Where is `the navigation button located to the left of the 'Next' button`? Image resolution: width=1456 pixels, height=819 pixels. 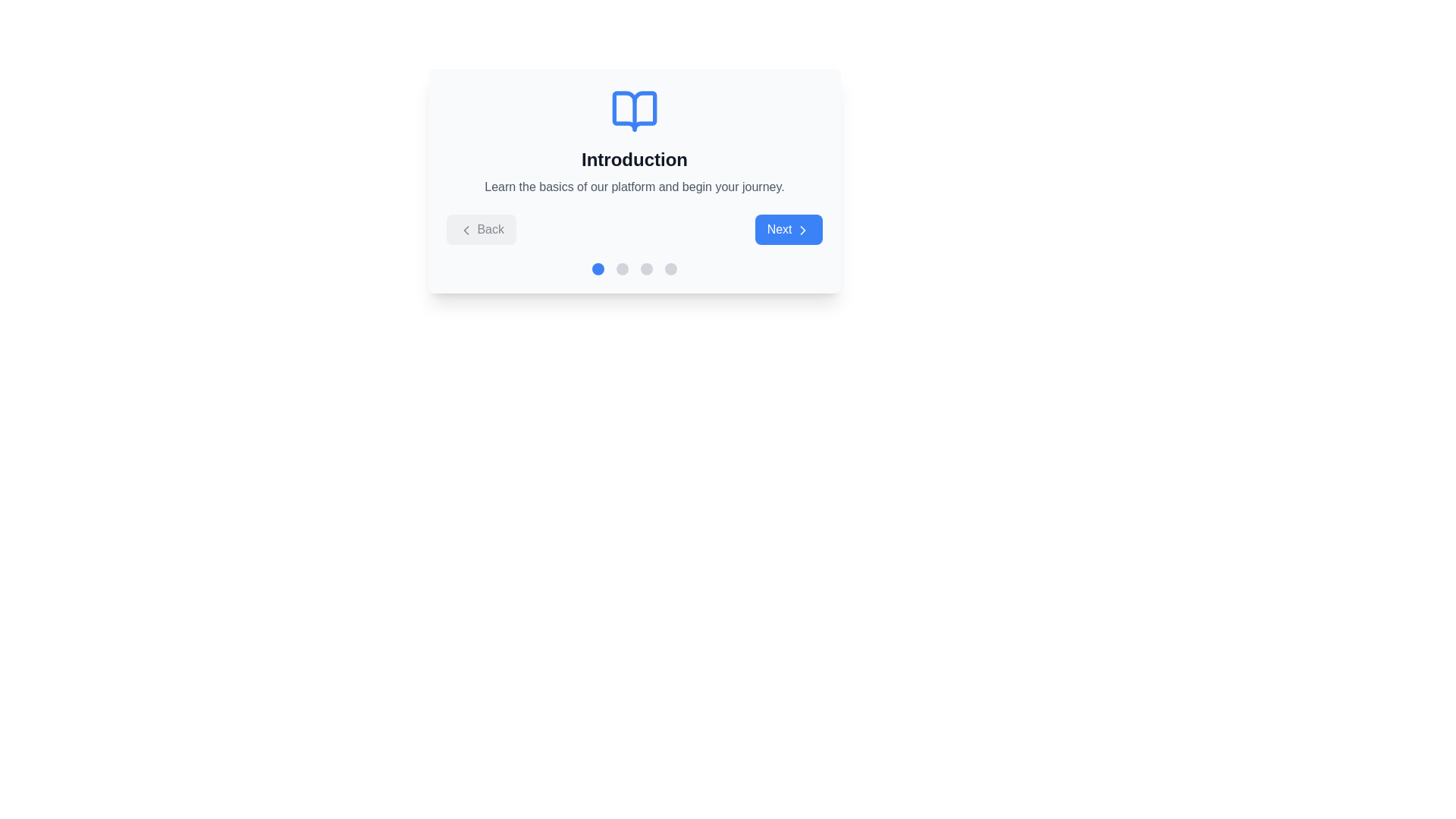 the navigation button located to the left of the 'Next' button is located at coordinates (480, 230).